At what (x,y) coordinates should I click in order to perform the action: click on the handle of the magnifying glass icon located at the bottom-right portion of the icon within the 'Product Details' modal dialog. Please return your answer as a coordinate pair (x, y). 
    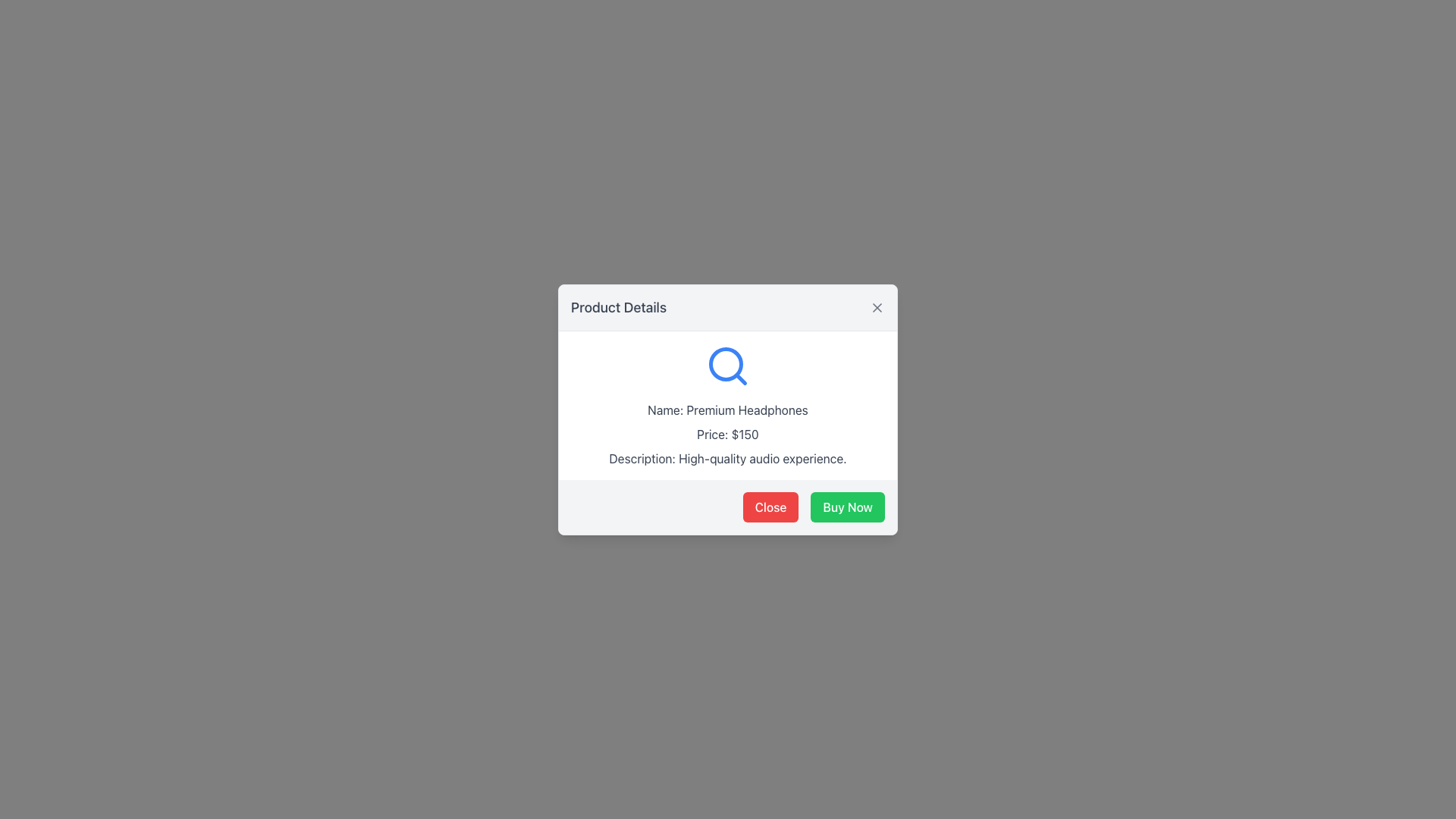
    Looking at the image, I should click on (741, 378).